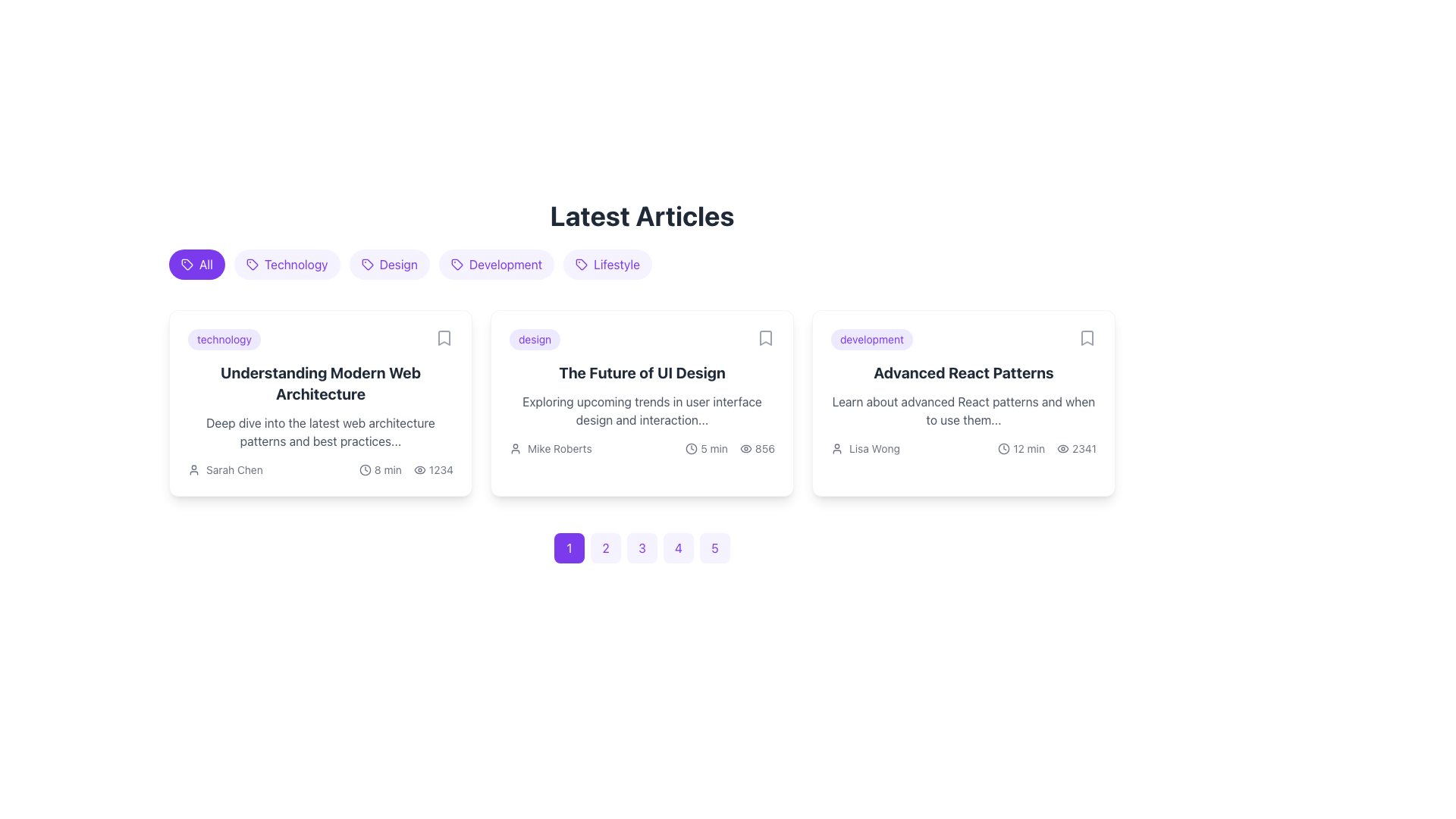 This screenshot has height=819, width=1456. What do you see at coordinates (287, 263) in the screenshot?
I see `the 'Technology' category filter button located between the 'All' and 'Design' buttons` at bounding box center [287, 263].